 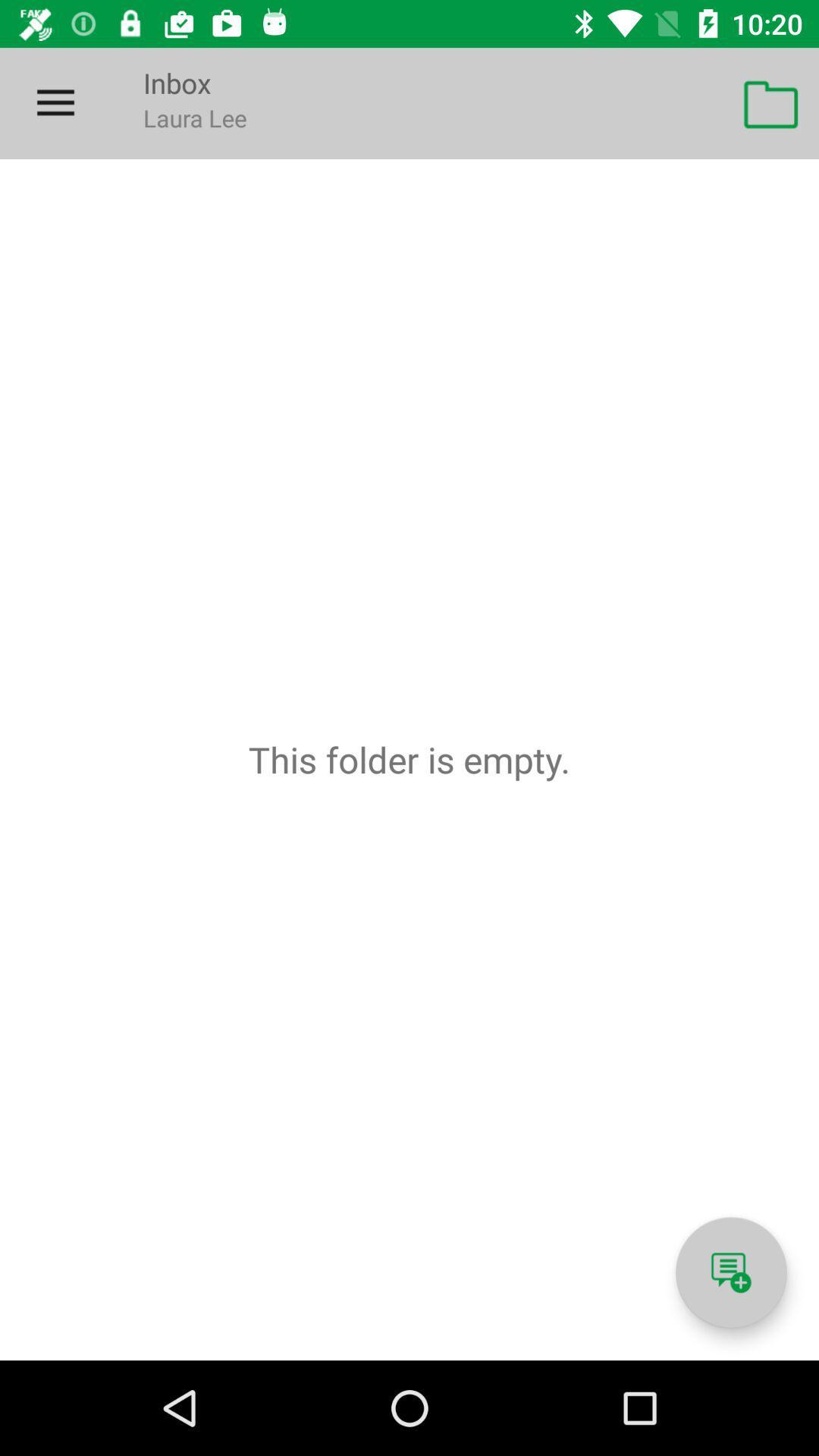 I want to click on open chat, so click(x=730, y=1272).